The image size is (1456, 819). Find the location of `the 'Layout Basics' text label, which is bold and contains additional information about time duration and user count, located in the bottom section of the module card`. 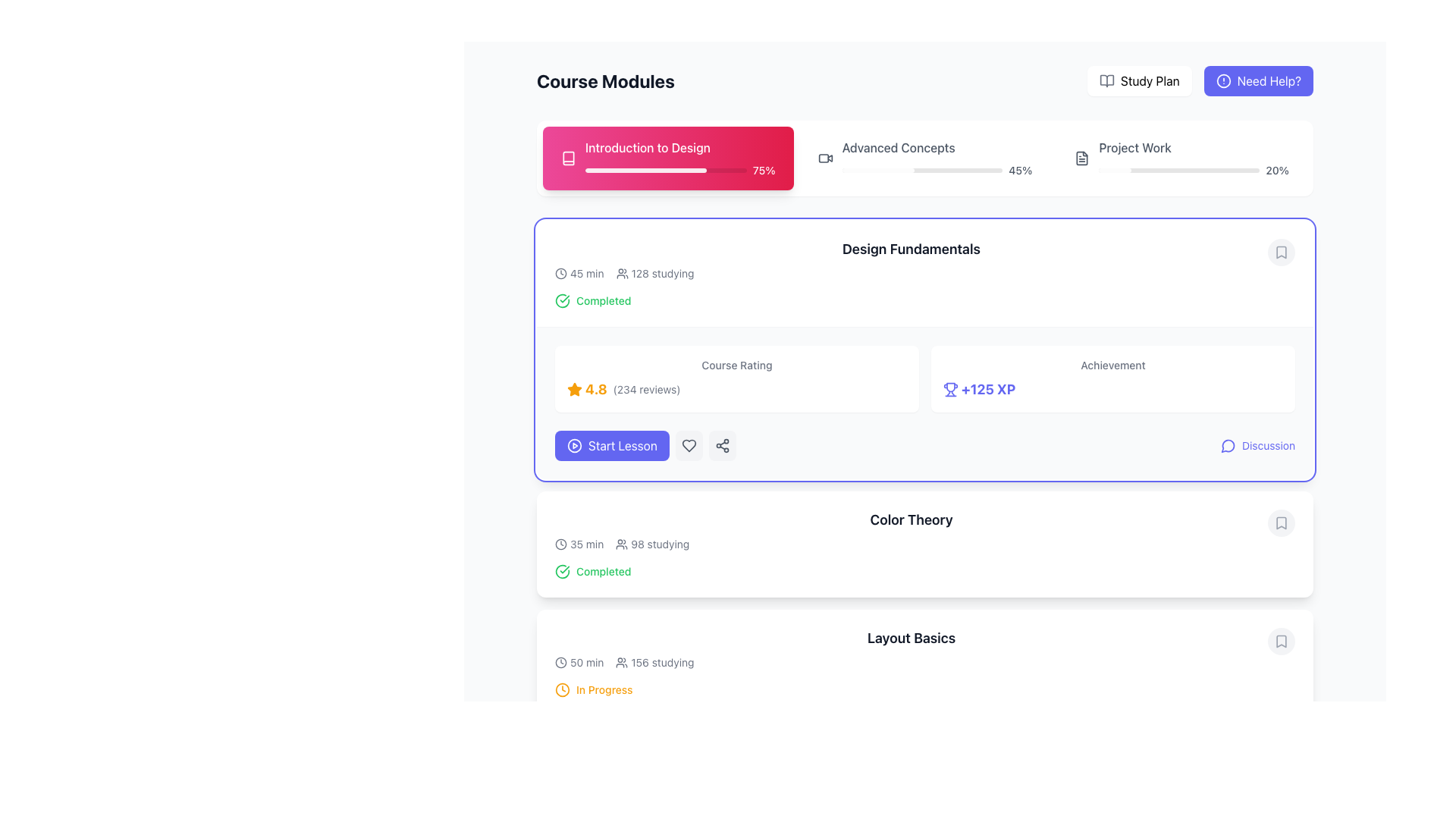

the 'Layout Basics' text label, which is bold and contains additional information about time duration and user count, located in the bottom section of the module card is located at coordinates (924, 648).